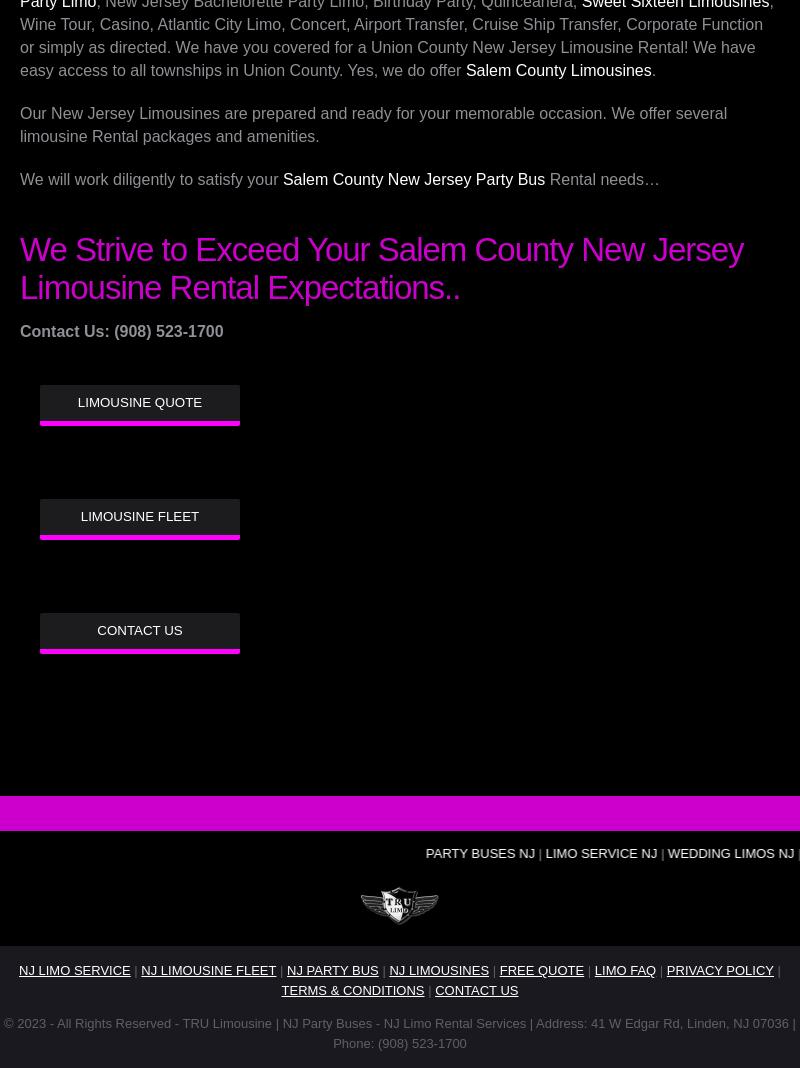 The width and height of the screenshot is (800, 1068). Describe the element at coordinates (74, 970) in the screenshot. I see `'NJ LIMO SERVICE'` at that location.